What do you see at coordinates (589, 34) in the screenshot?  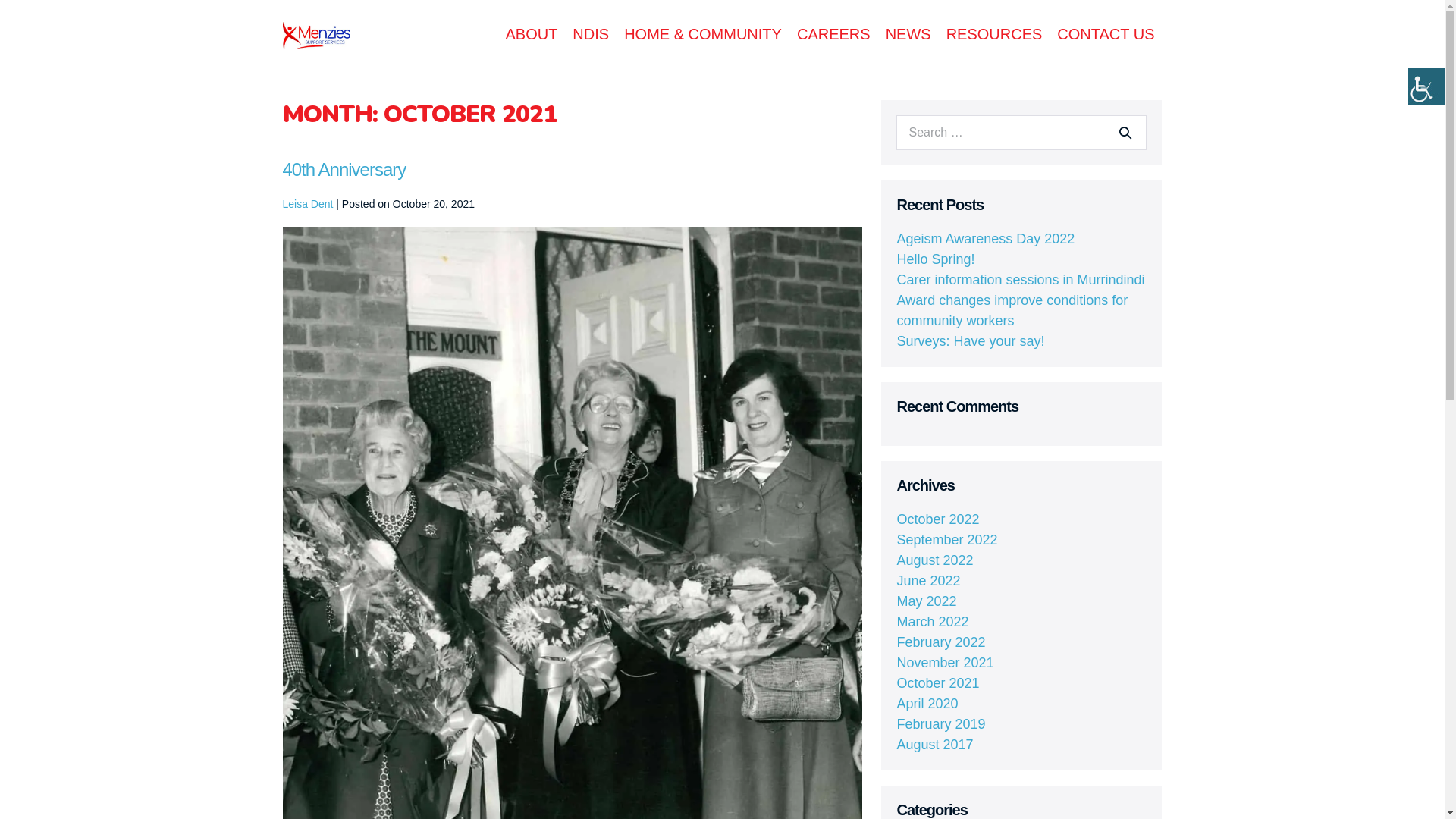 I see `'NDIS'` at bounding box center [589, 34].